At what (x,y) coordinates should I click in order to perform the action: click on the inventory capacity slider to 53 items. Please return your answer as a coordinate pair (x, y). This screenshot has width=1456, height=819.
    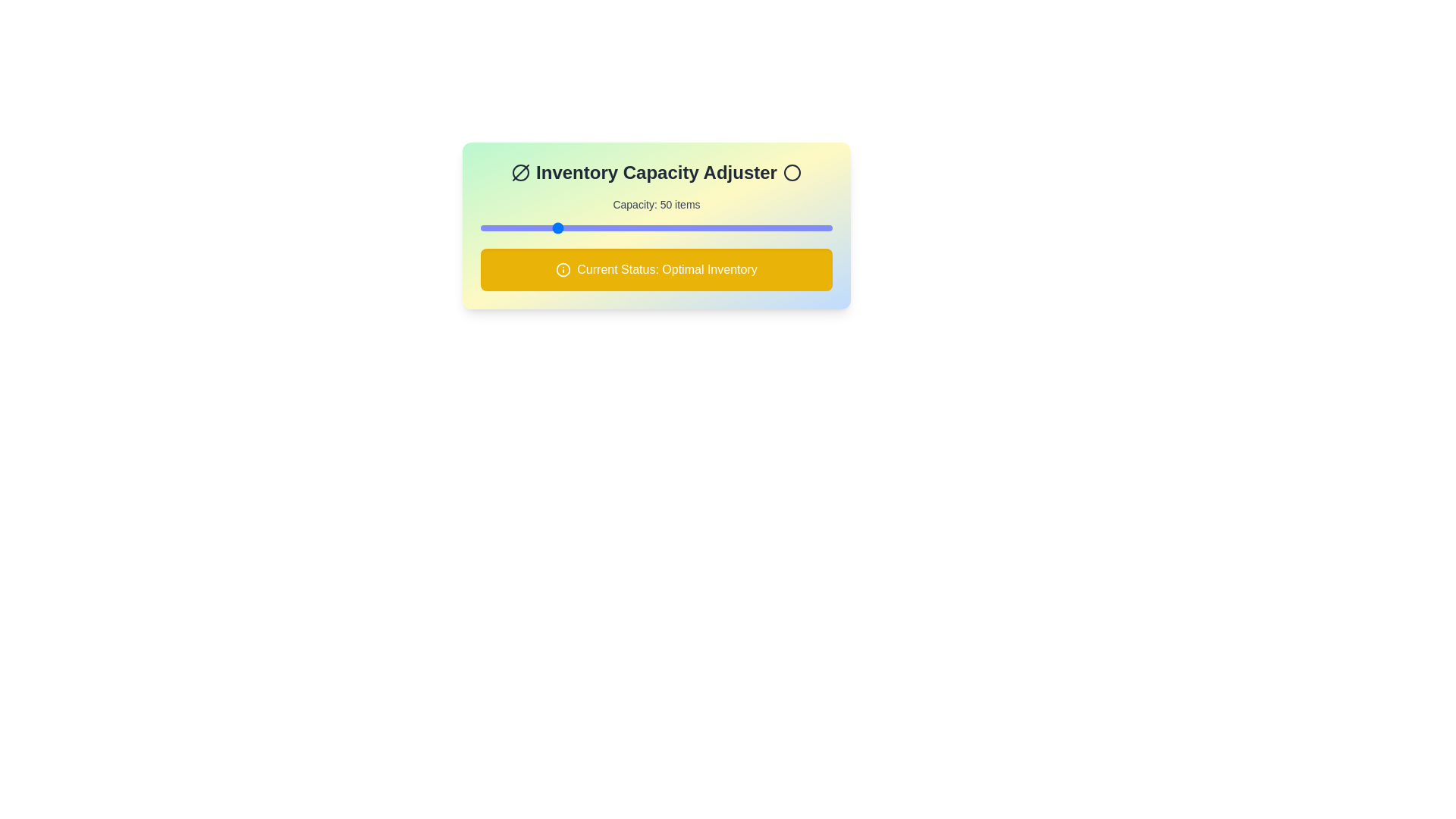
    Looking at the image, I should click on (560, 227).